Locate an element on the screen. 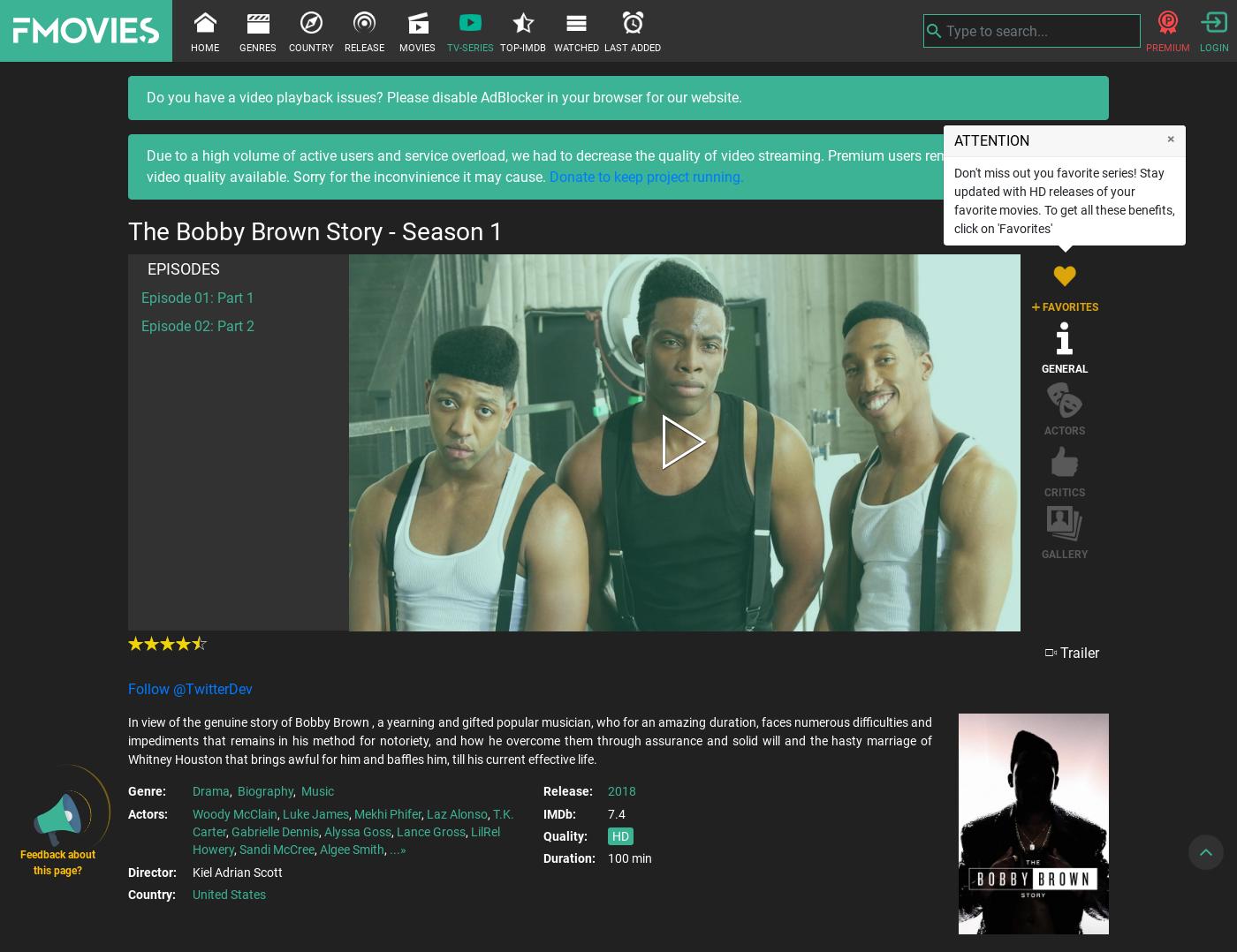  'LOGIN' is located at coordinates (1199, 48).